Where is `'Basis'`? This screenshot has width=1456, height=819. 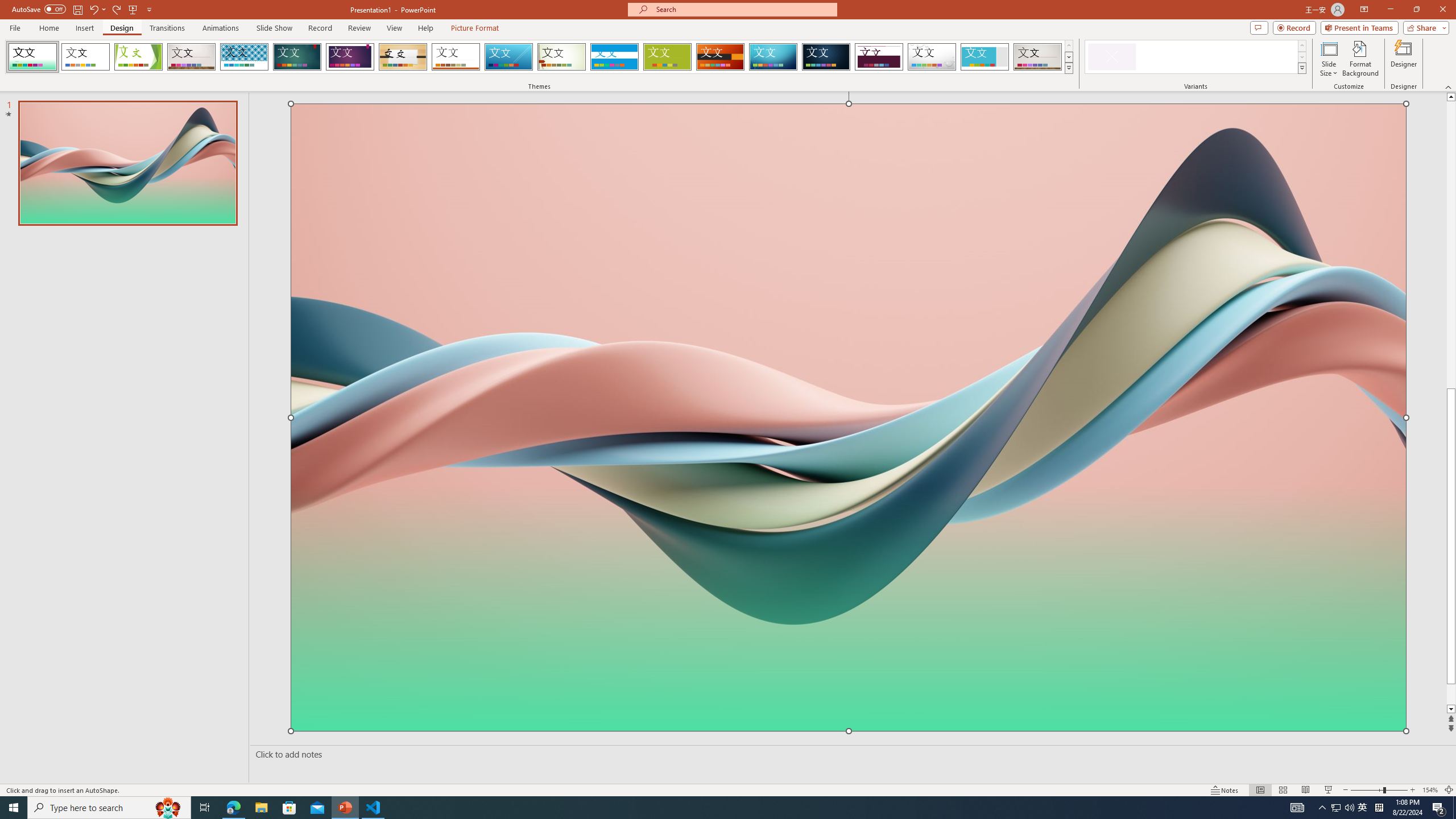
'Basis' is located at coordinates (667, 56).